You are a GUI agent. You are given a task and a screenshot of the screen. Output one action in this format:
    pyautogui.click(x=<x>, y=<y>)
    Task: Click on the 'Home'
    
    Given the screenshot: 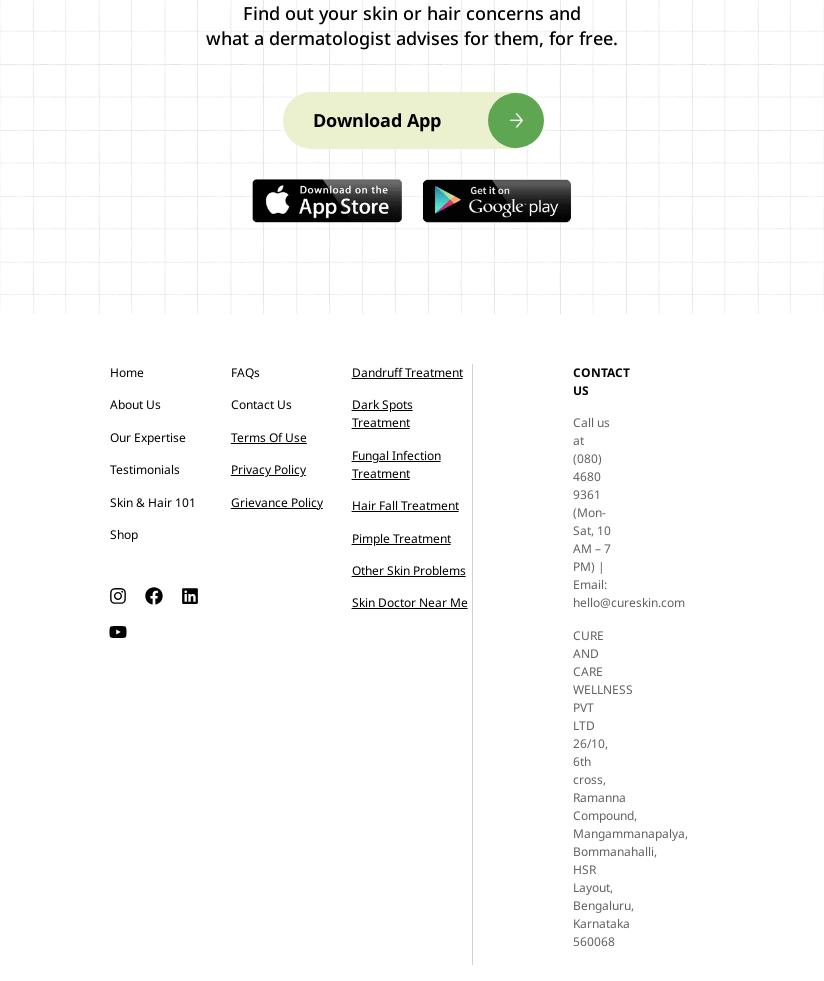 What is the action you would take?
    pyautogui.click(x=126, y=371)
    